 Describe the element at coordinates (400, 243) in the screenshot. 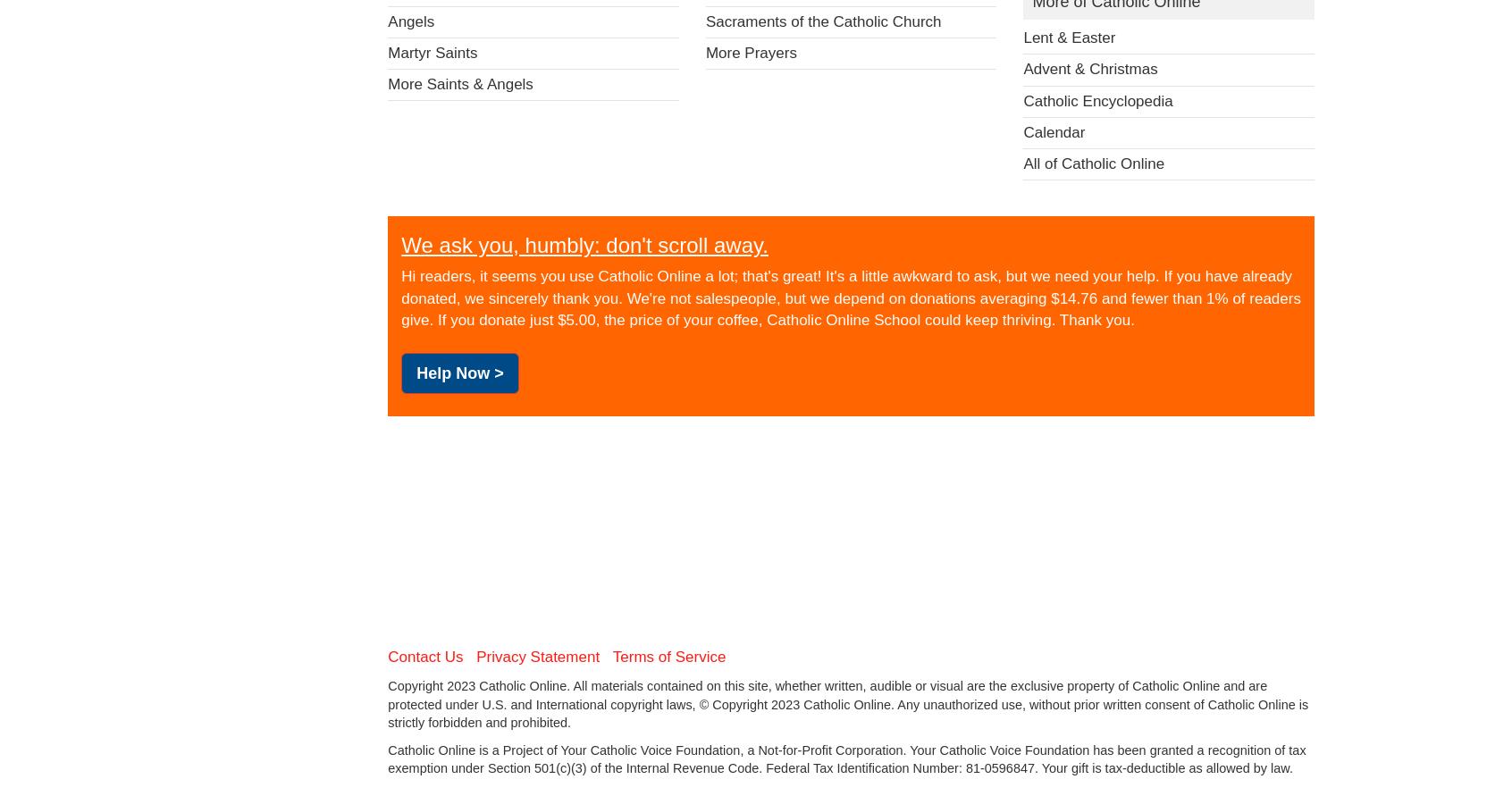

I see `'We ask you, humbly: don't scroll away.'` at that location.